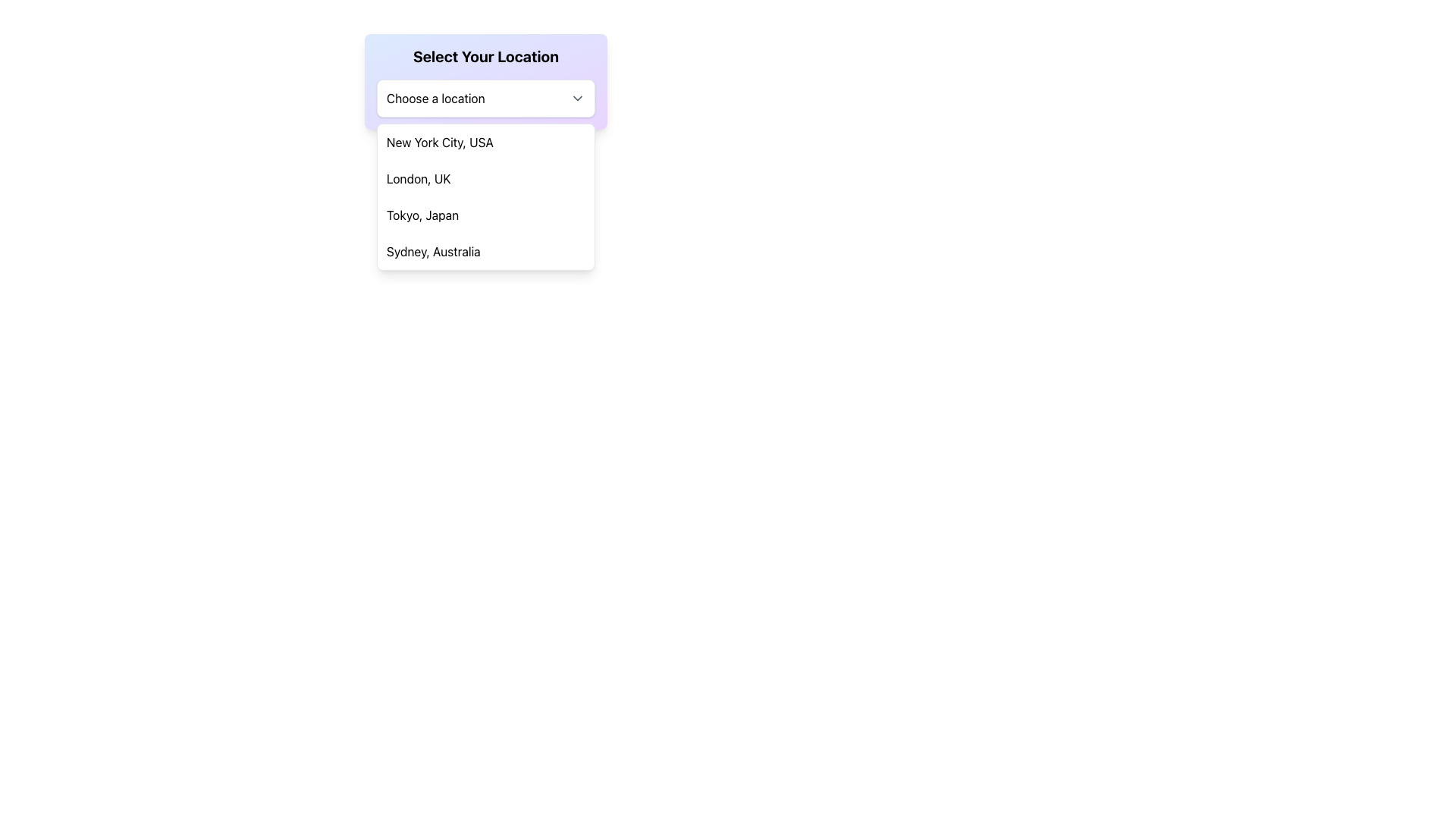 The width and height of the screenshot is (1456, 819). I want to click on to select 'London, UK' from the dropdown menu list item, which is the second entry beneath 'New York City, USA', so click(486, 177).